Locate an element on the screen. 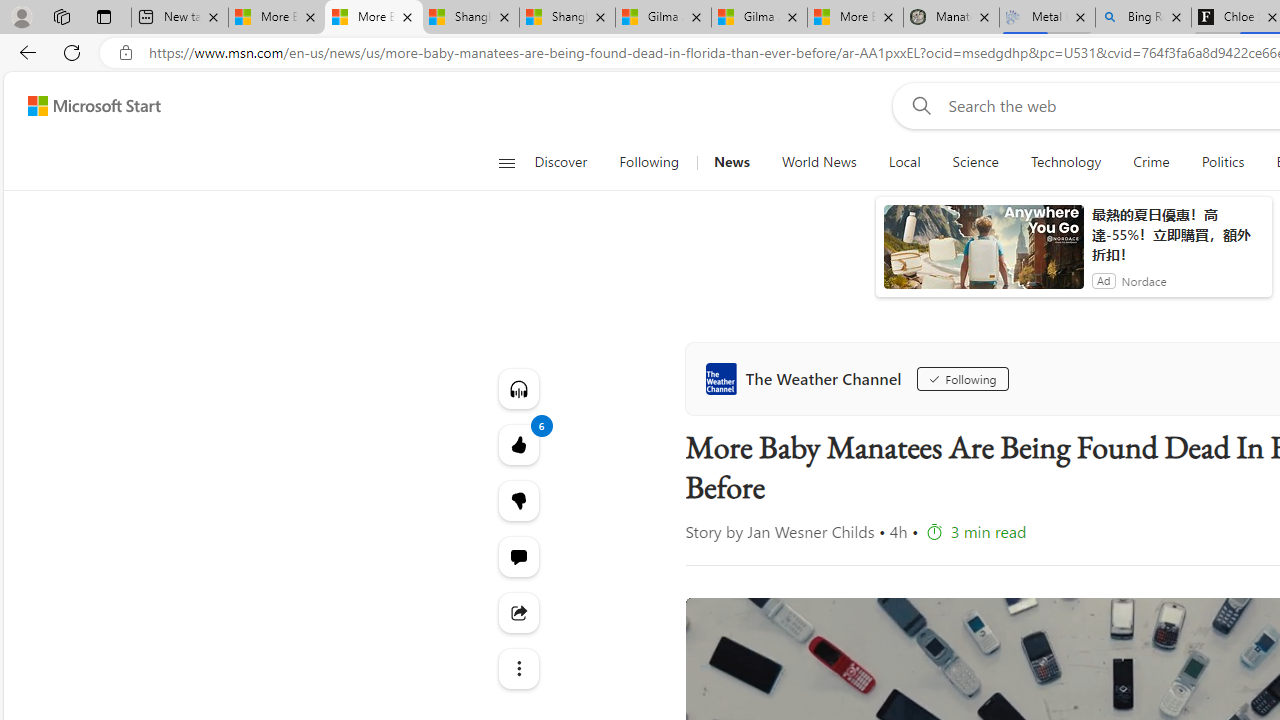  'Following' is located at coordinates (962, 379).